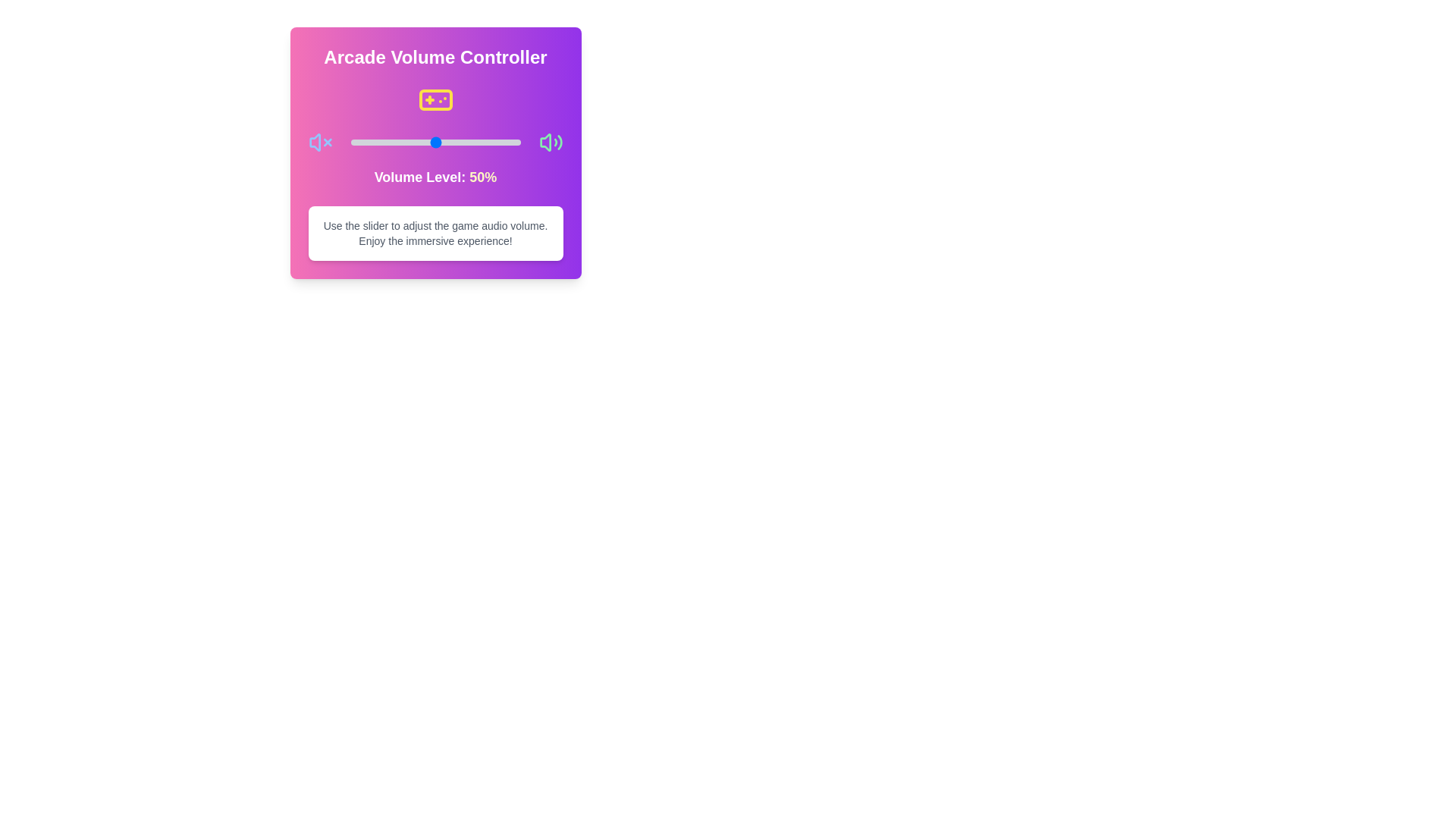  Describe the element at coordinates (453, 143) in the screenshot. I see `the volume to 61% by dragging the slider` at that location.